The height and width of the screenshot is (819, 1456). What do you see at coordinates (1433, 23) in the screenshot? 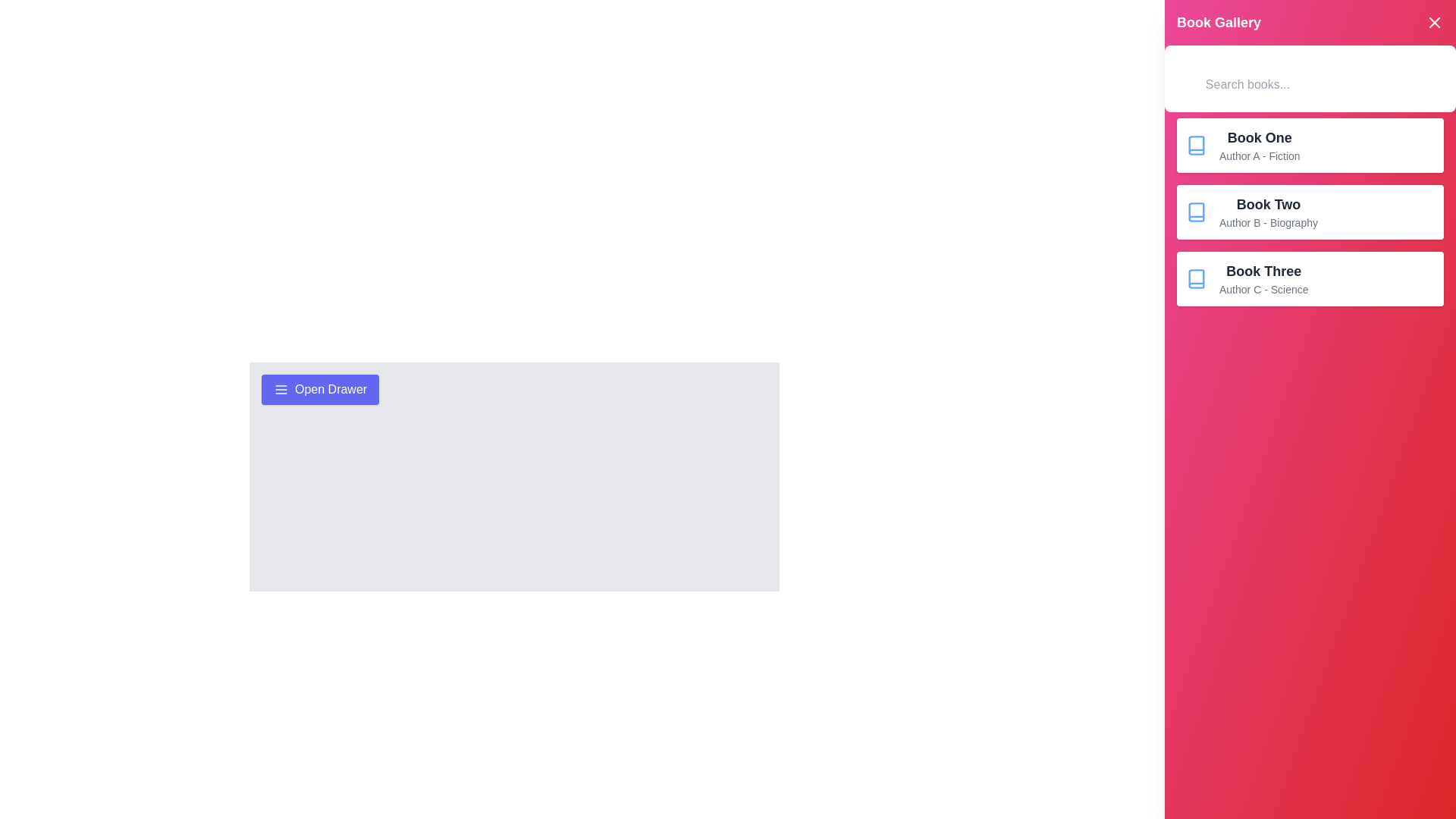
I see `the close button to dismiss the drawer` at bounding box center [1433, 23].